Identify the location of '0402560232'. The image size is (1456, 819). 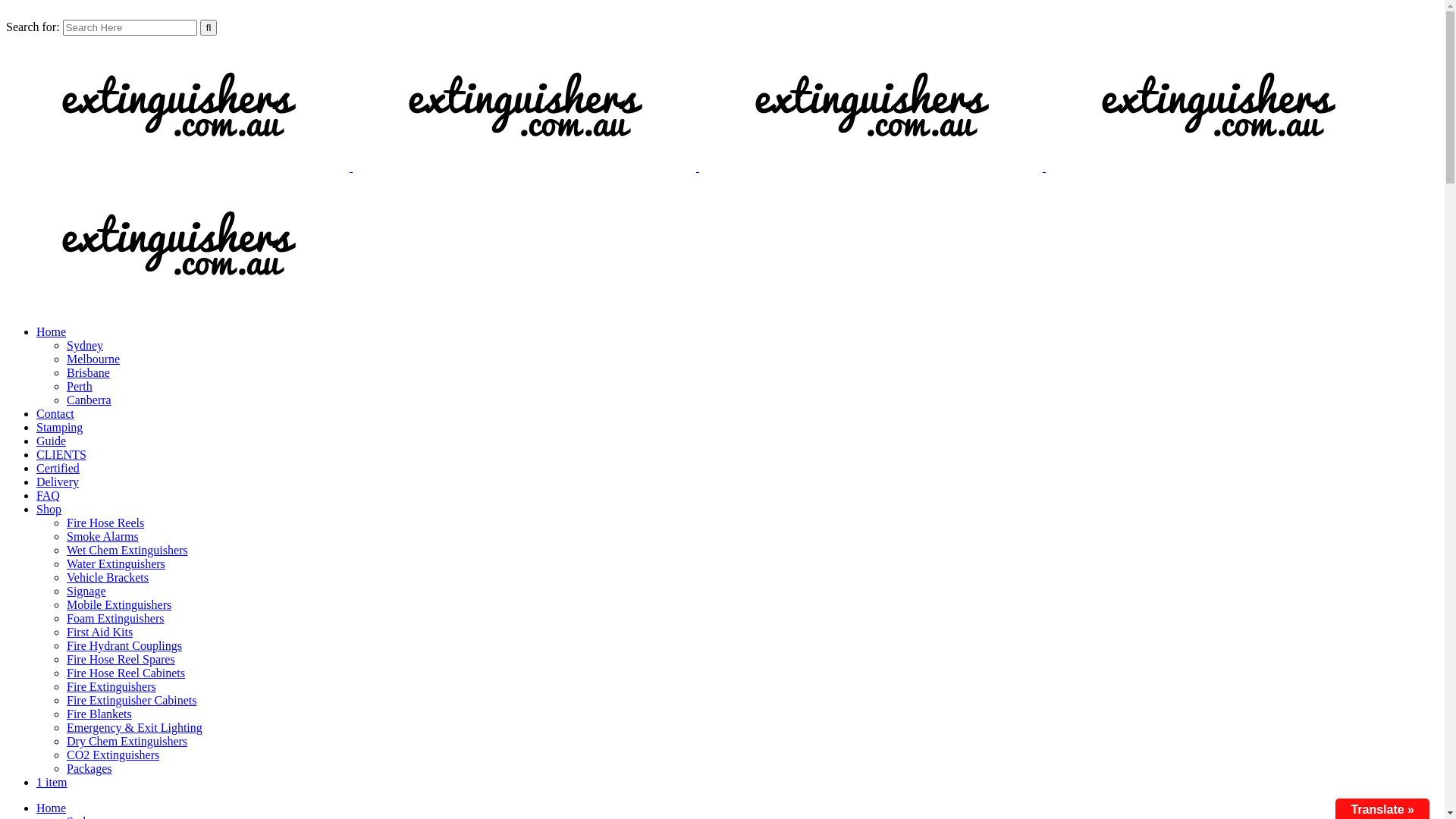
(240, 12).